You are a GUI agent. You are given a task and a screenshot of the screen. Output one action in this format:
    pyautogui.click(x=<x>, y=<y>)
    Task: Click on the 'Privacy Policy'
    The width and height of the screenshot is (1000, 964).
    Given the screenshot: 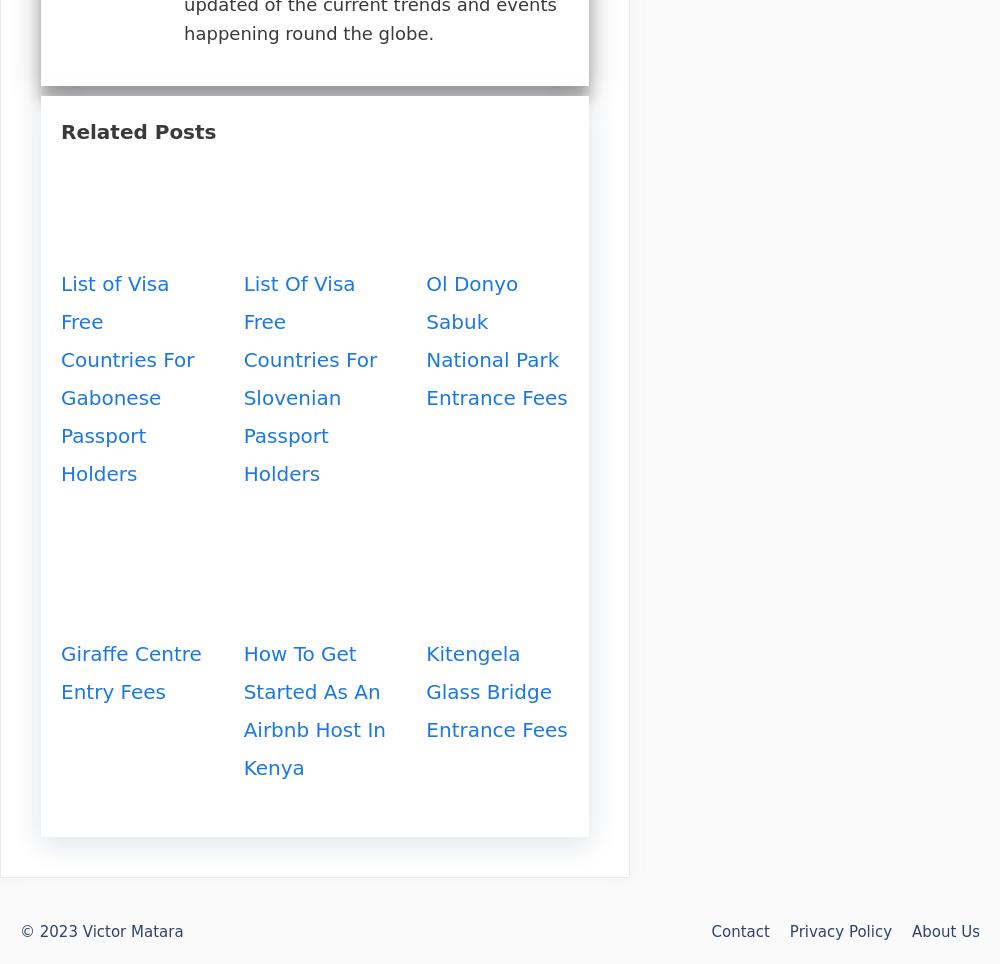 What is the action you would take?
    pyautogui.click(x=839, y=931)
    